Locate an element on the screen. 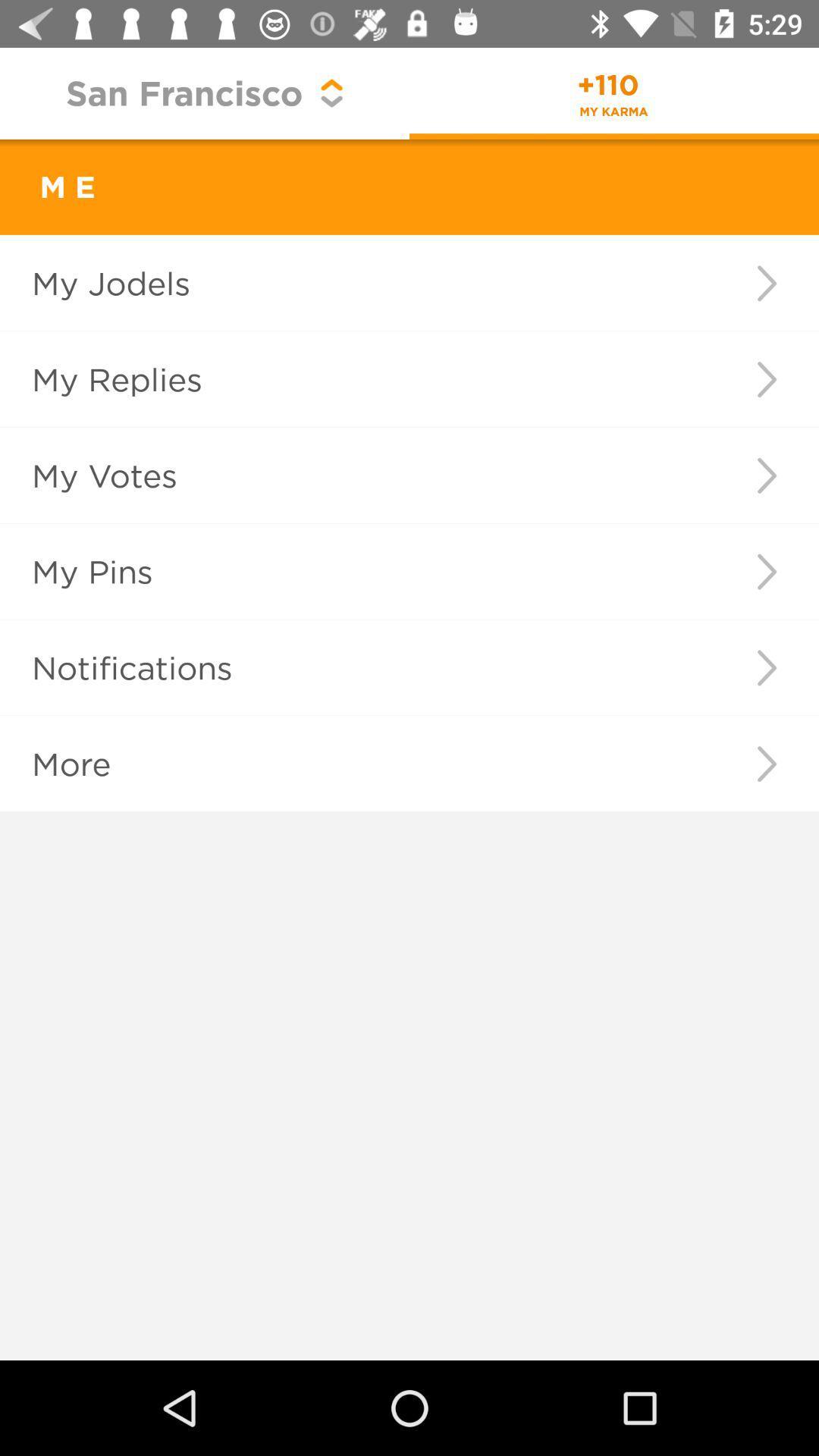 The image size is (819, 1456). item to the right of the my replies item is located at coordinates (767, 379).